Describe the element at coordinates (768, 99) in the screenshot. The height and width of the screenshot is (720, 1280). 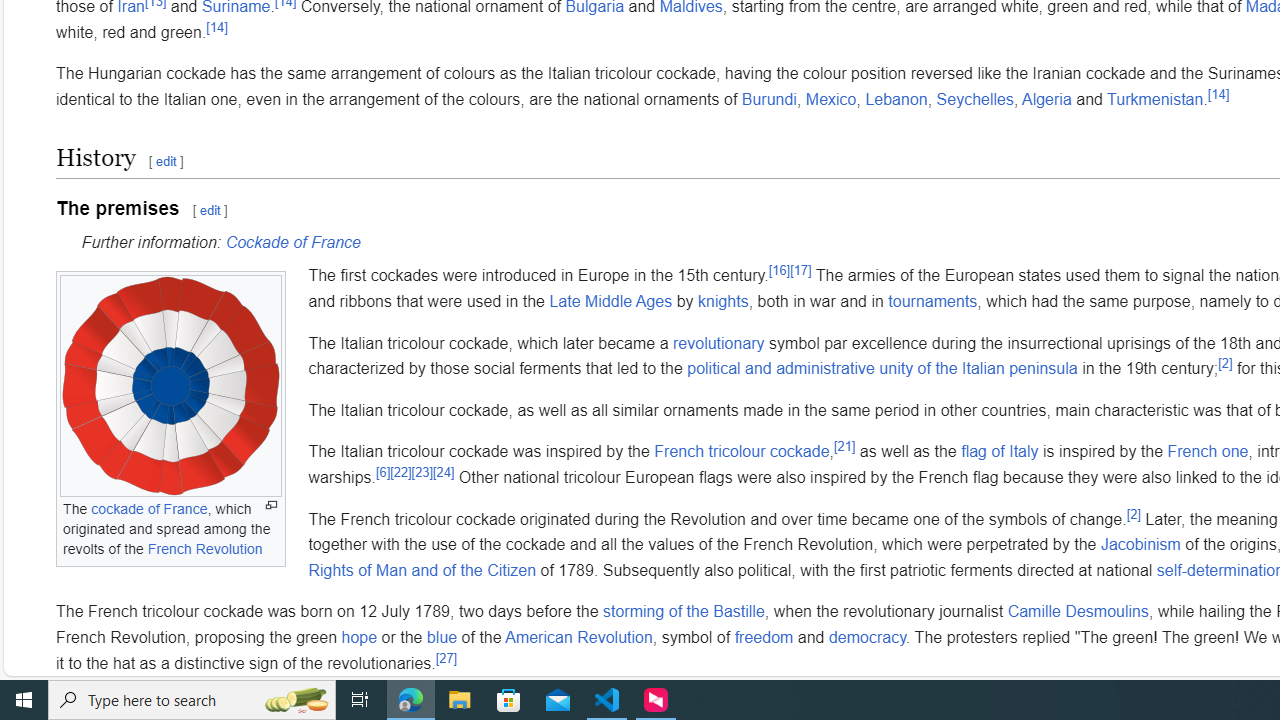
I see `'Burundi'` at that location.